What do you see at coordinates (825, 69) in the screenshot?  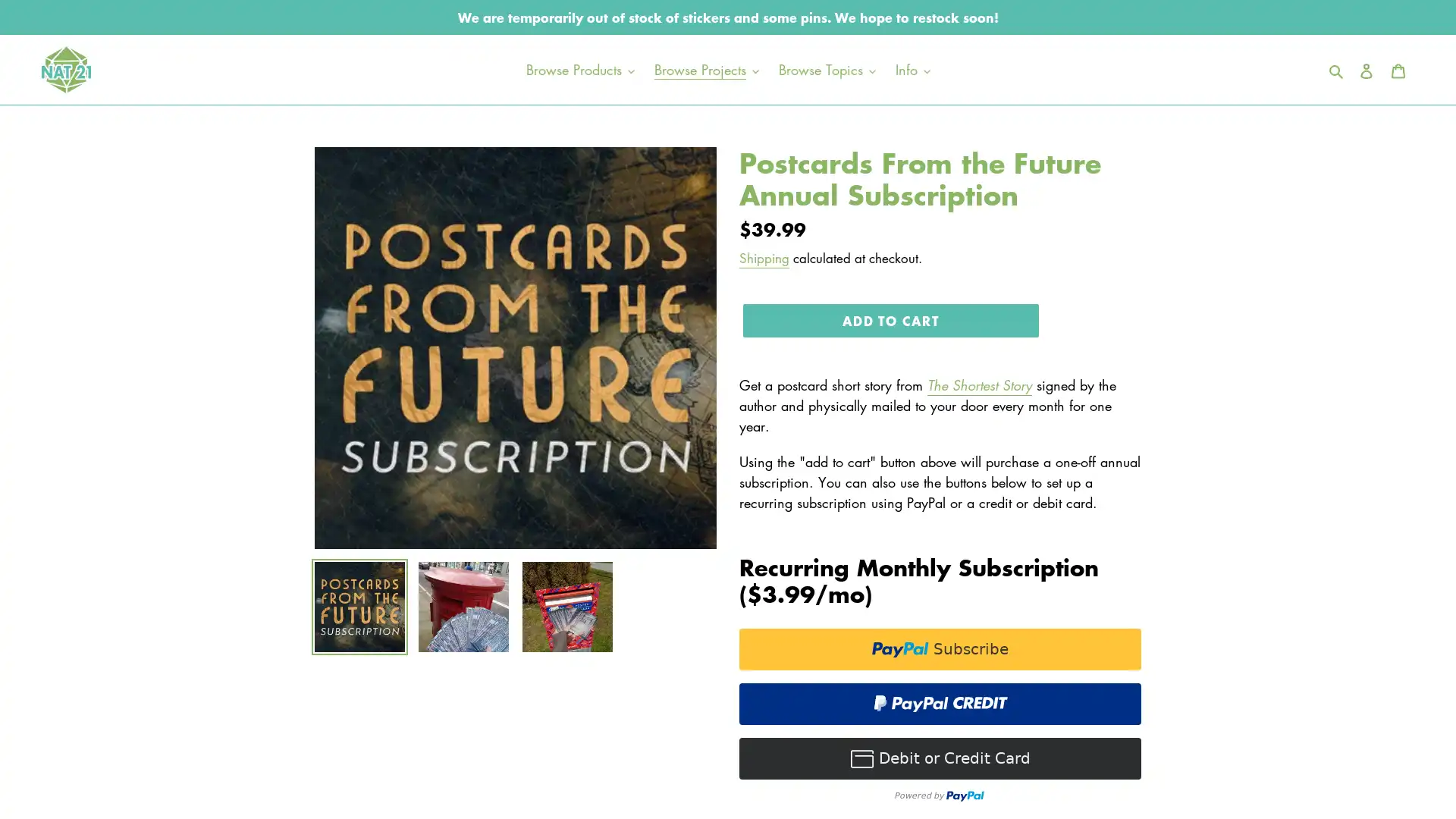 I see `Browse Topics` at bounding box center [825, 69].